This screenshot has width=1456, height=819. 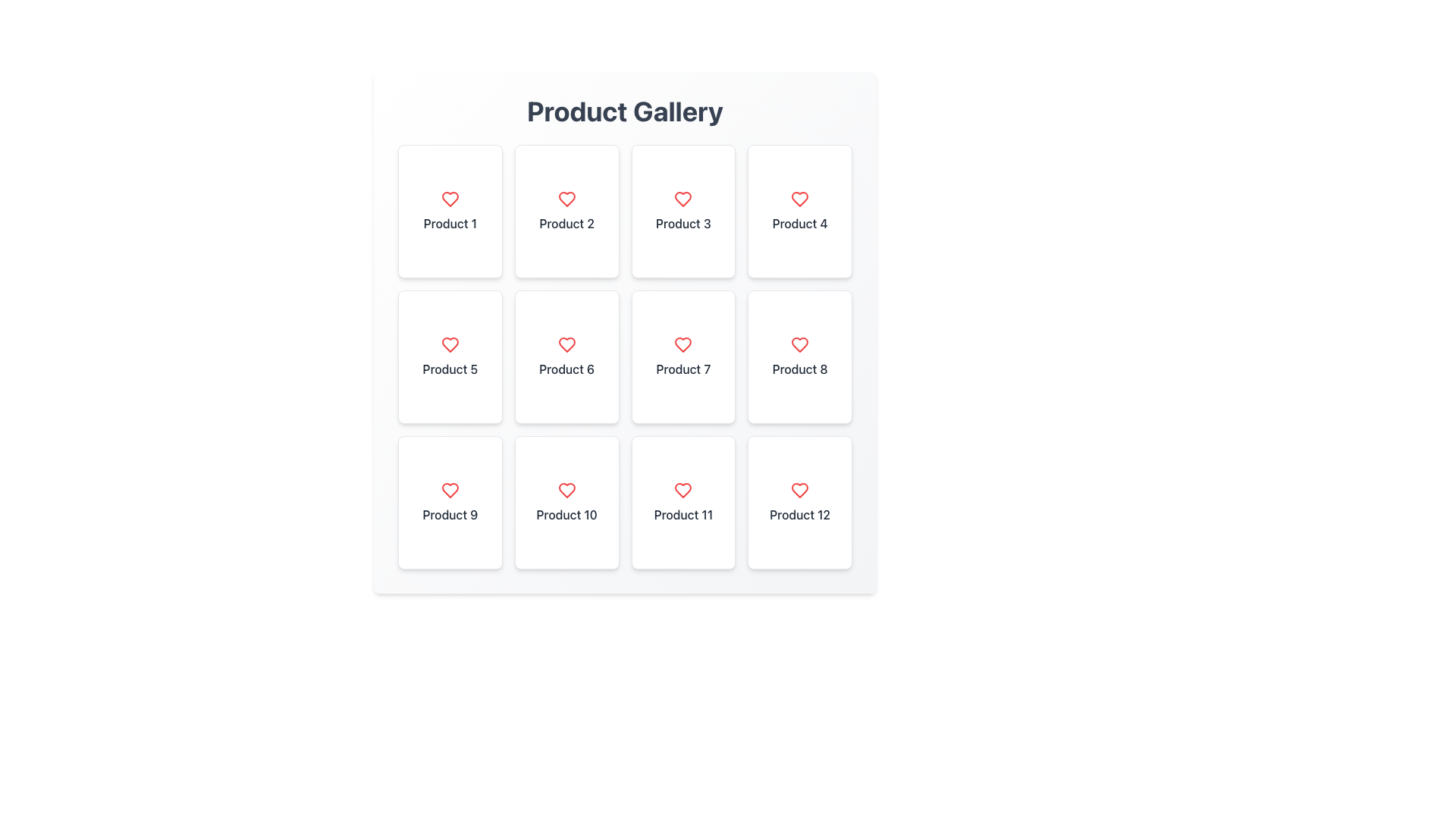 I want to click on the static text label displaying 'Product 1', which is styled in dark gray on a white background, located in the first product card of the grid layout, so click(x=449, y=223).